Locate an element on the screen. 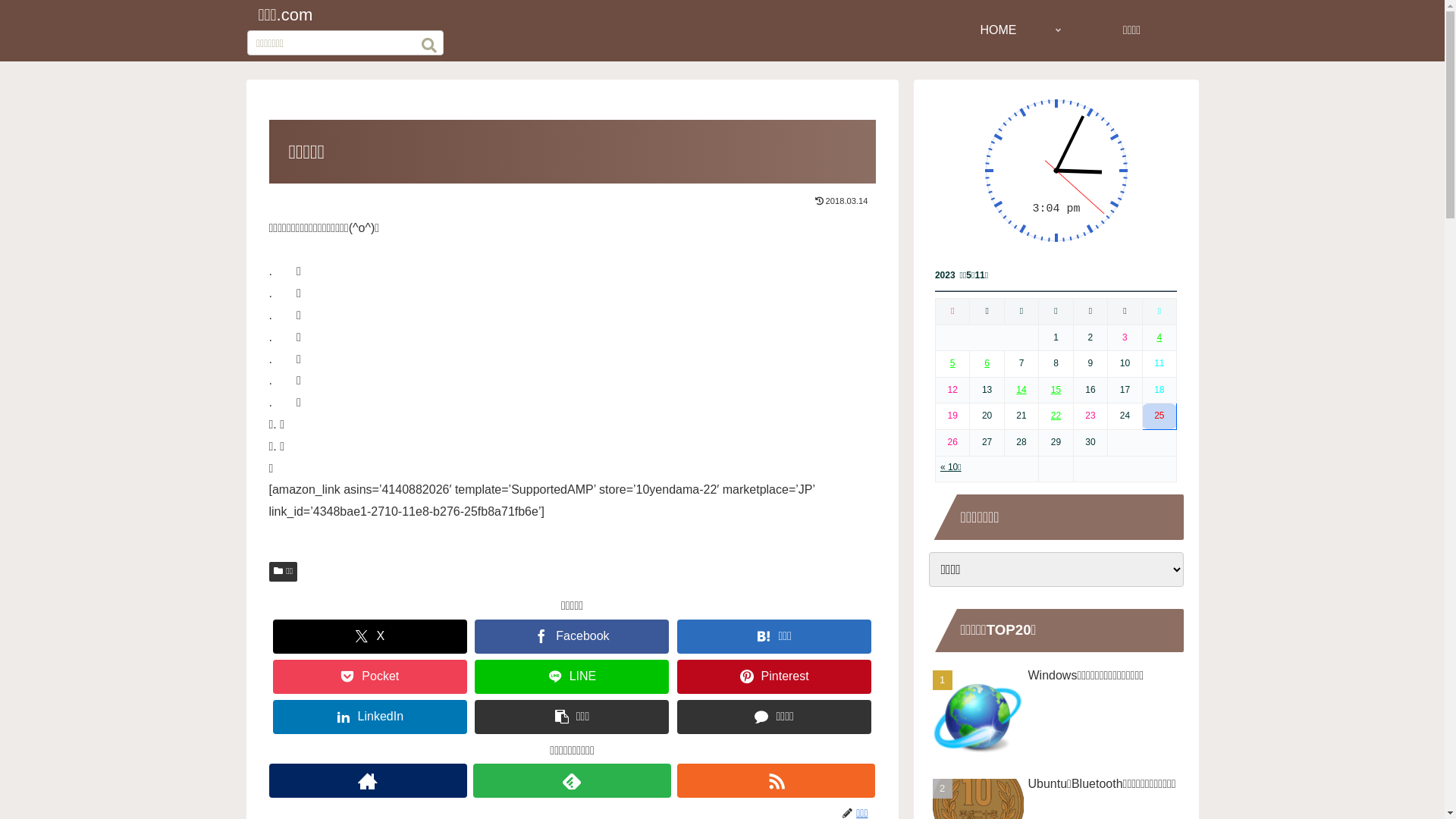 This screenshot has height=819, width=1456. 'HOME' is located at coordinates (997, 30).